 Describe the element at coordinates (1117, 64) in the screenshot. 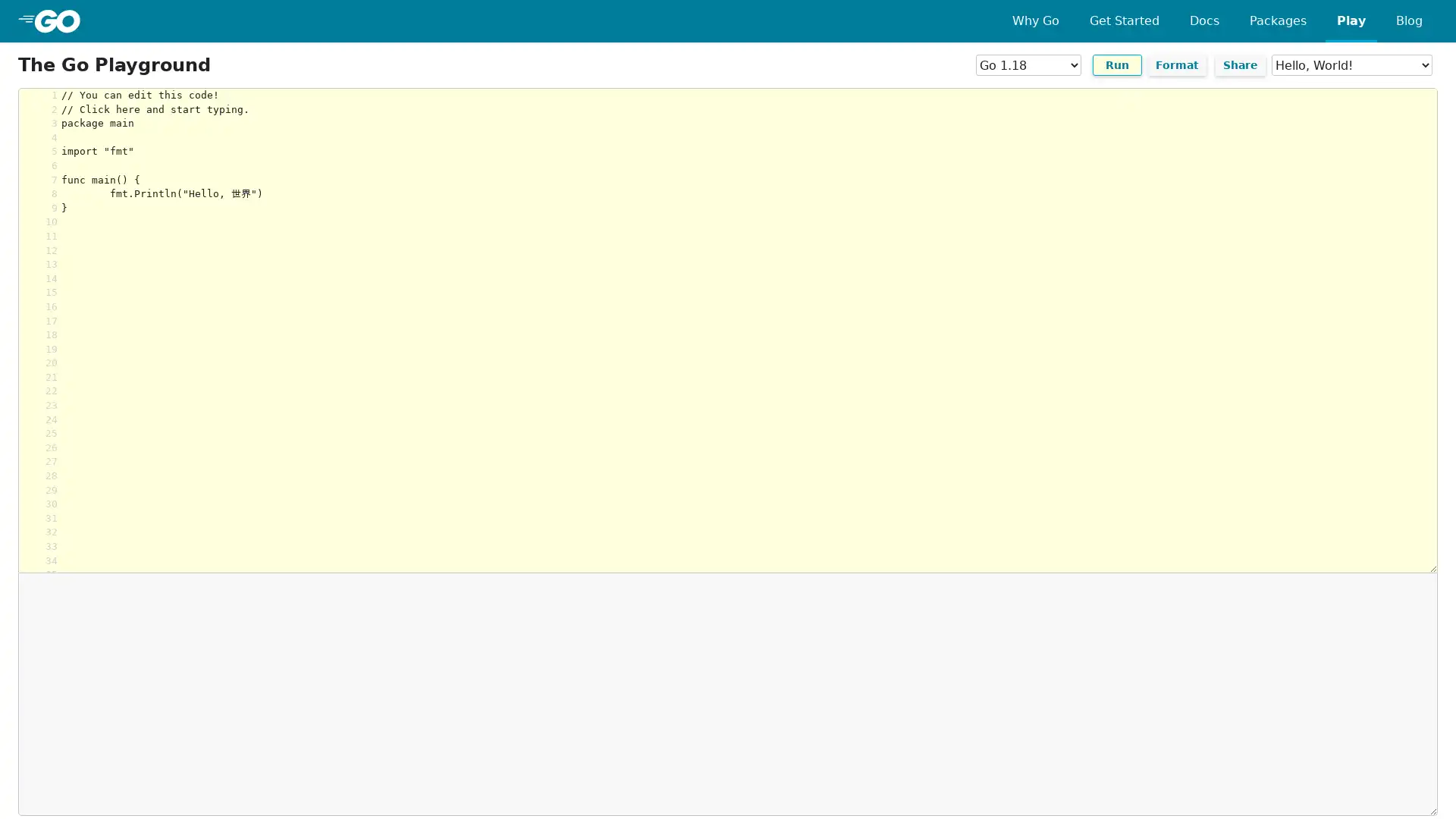

I see `Run` at that location.